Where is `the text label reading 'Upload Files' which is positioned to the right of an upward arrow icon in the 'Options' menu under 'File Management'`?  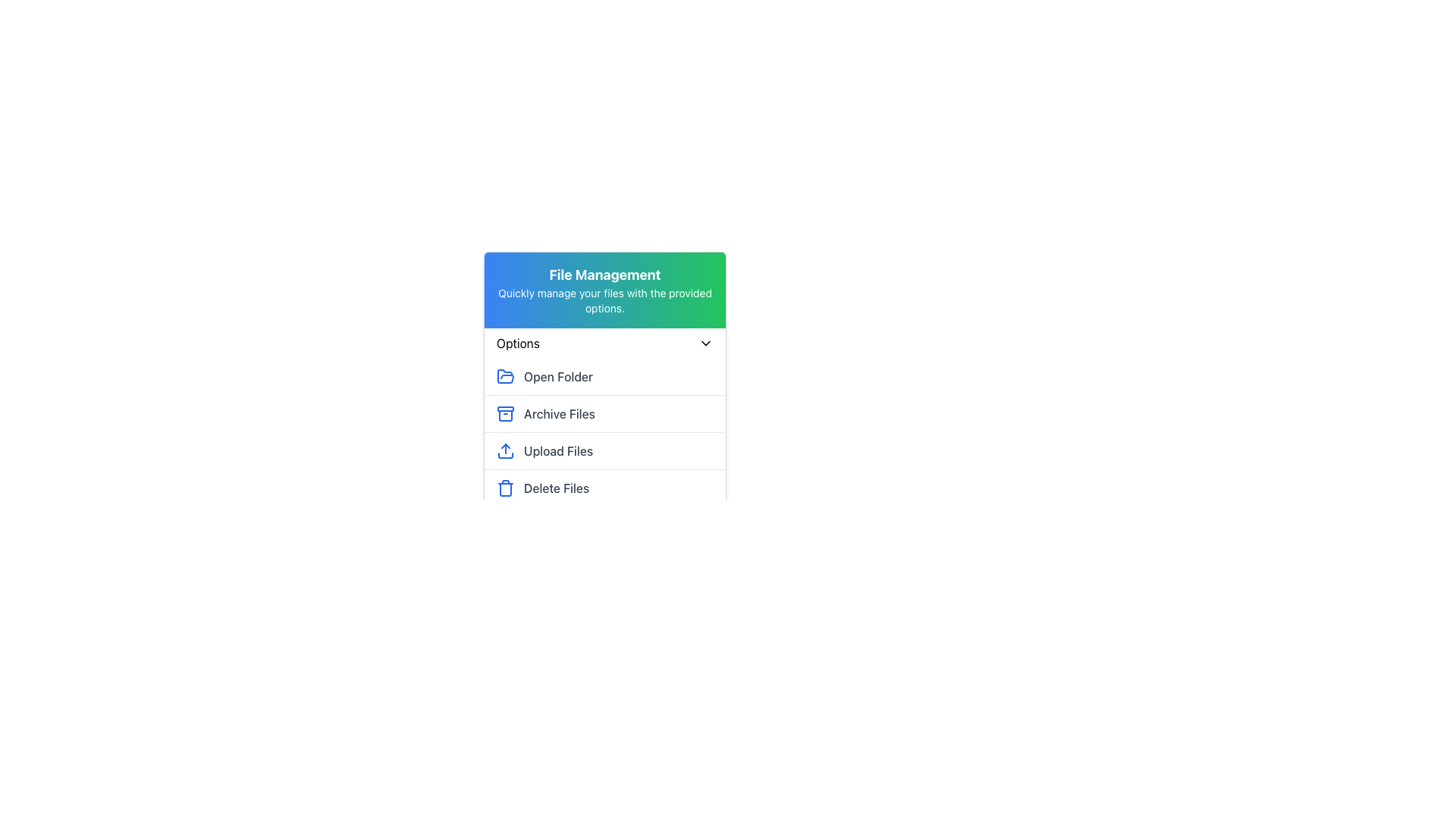 the text label reading 'Upload Files' which is positioned to the right of an upward arrow icon in the 'Options' menu under 'File Management' is located at coordinates (557, 450).